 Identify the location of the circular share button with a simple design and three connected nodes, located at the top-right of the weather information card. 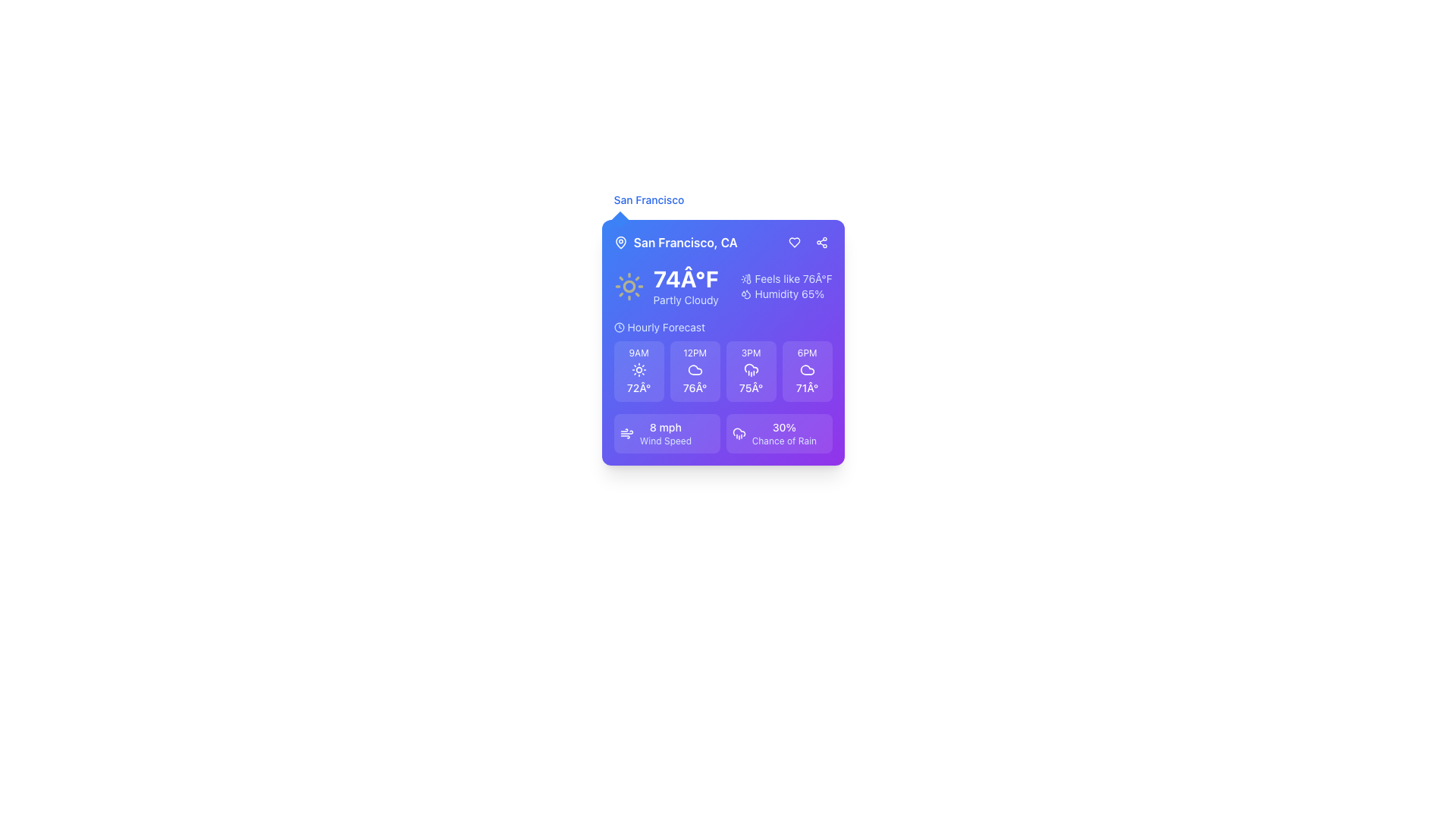
(821, 242).